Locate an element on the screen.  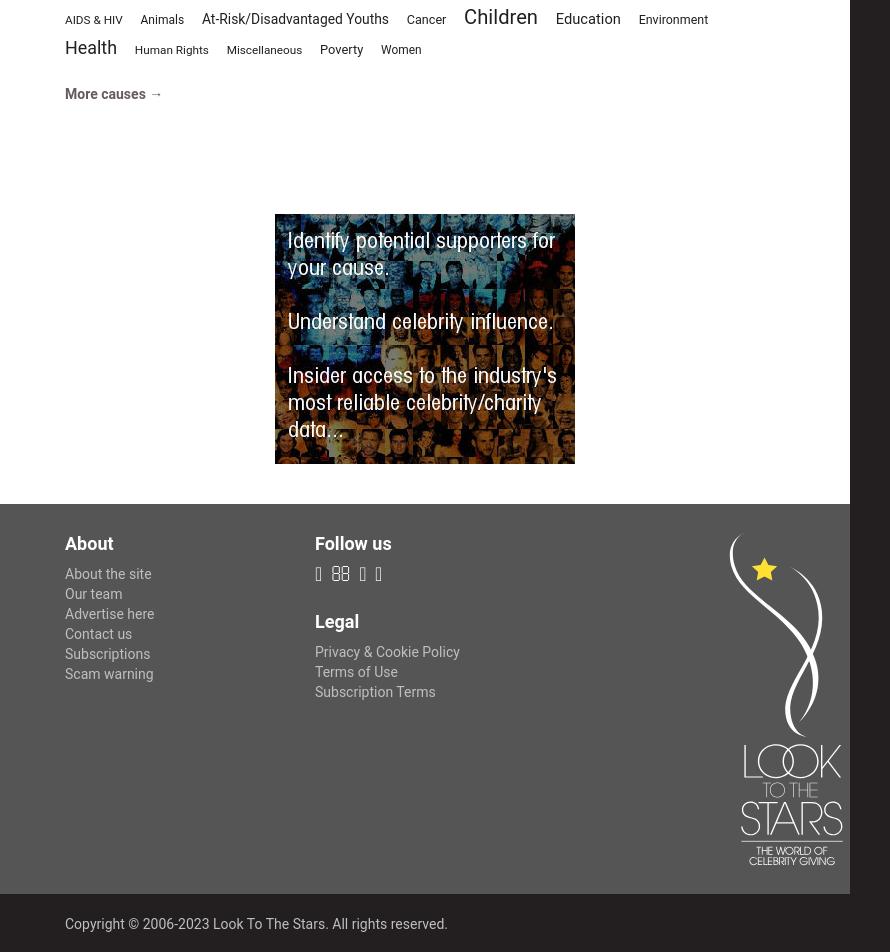
'Advertise here' is located at coordinates (64, 614).